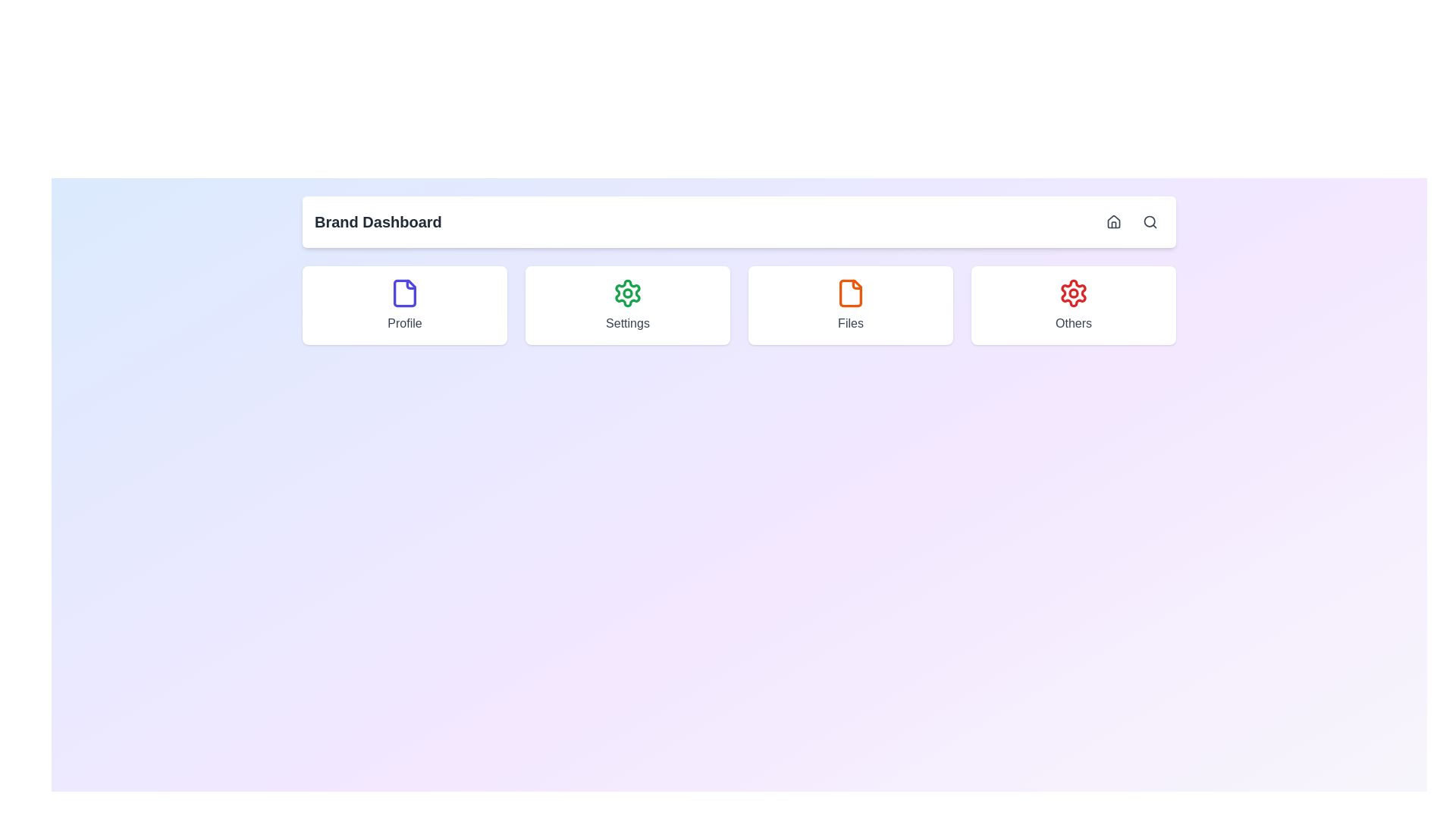 The width and height of the screenshot is (1456, 819). What do you see at coordinates (851, 305) in the screenshot?
I see `the 'Files' navigation card, which is the third card in a horizontal grid, positioned between the 'Settings' and 'Others' cards` at bounding box center [851, 305].